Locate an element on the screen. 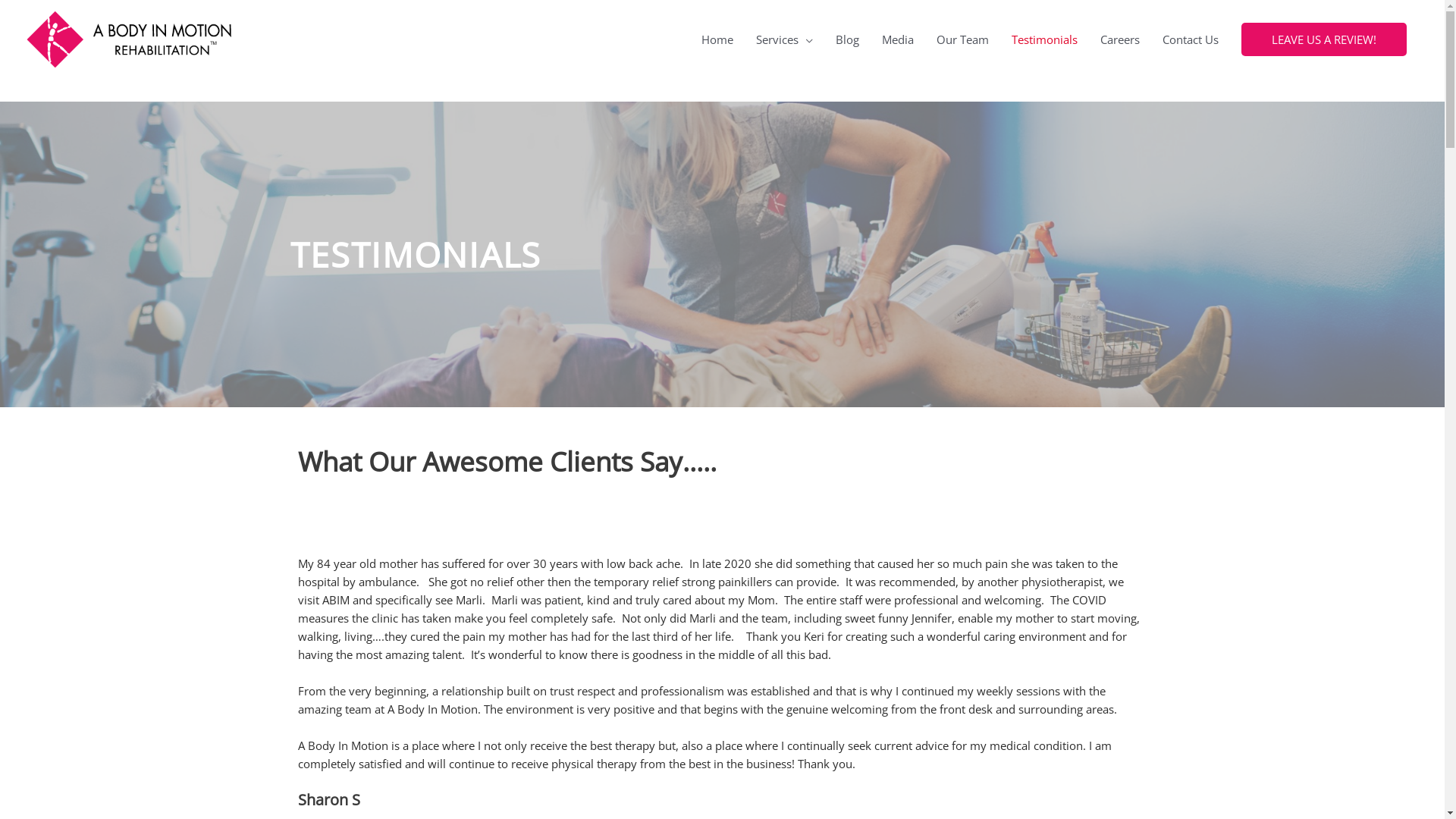 This screenshot has height=819, width=1456. 'Media' is located at coordinates (898, 38).